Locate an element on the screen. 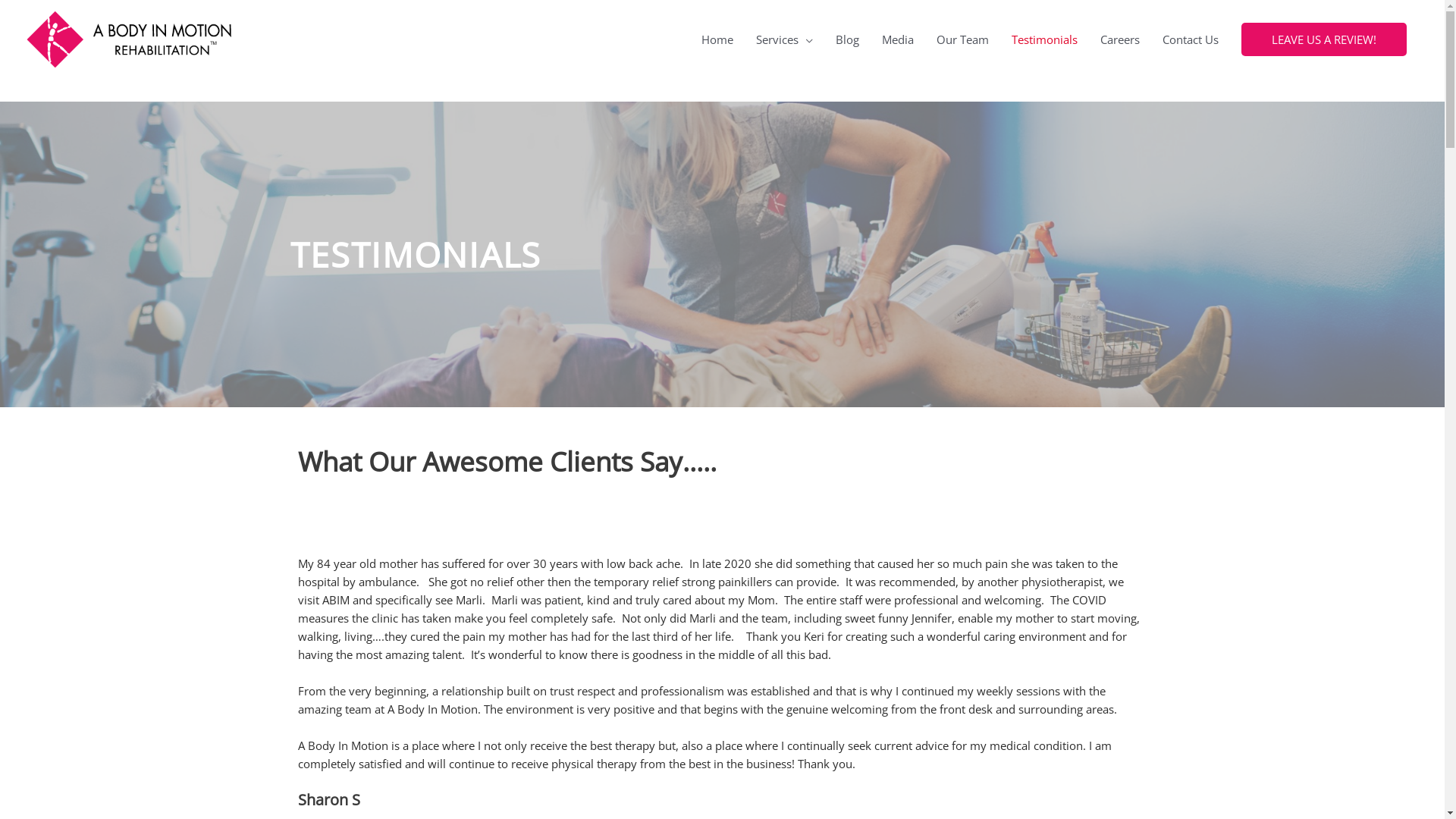 This screenshot has height=819, width=1456. 'Media' is located at coordinates (898, 38).